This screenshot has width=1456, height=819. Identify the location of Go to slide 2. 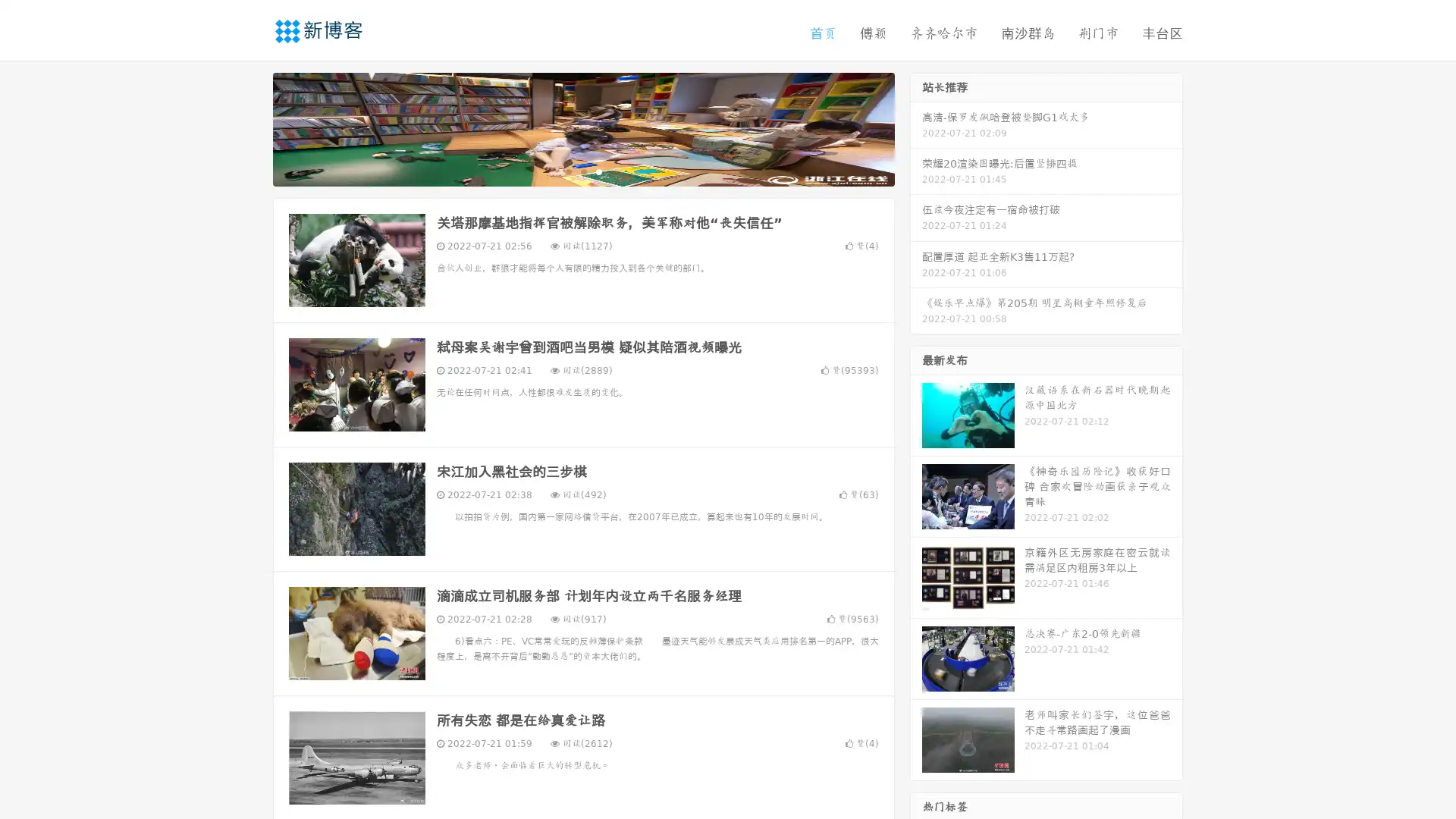
(582, 171).